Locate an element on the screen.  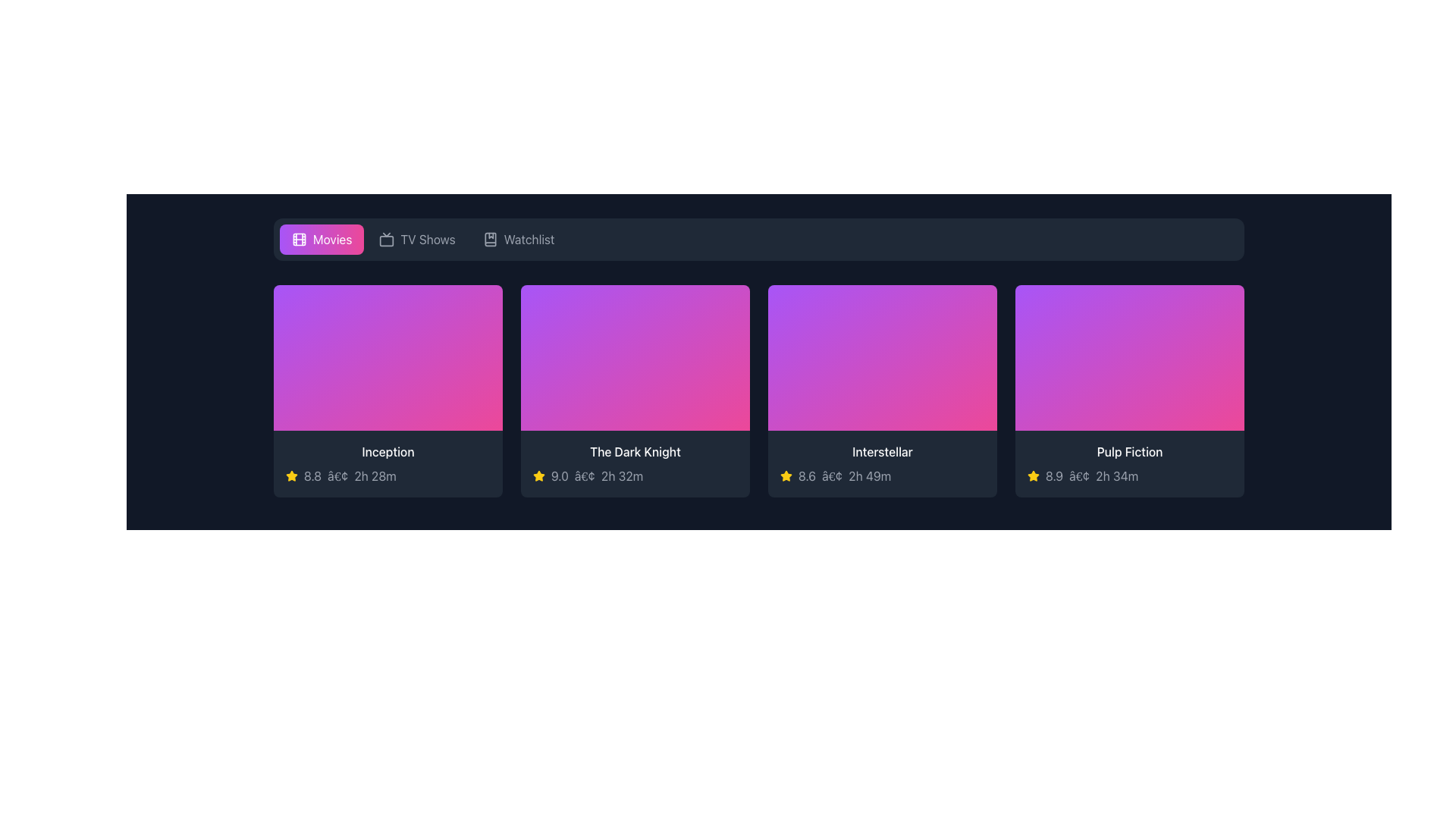
rating and duration information displayed in the text with an icon located at the bottom-right corner of the 'Pulp Fiction' card, just below the title text is located at coordinates (1129, 475).